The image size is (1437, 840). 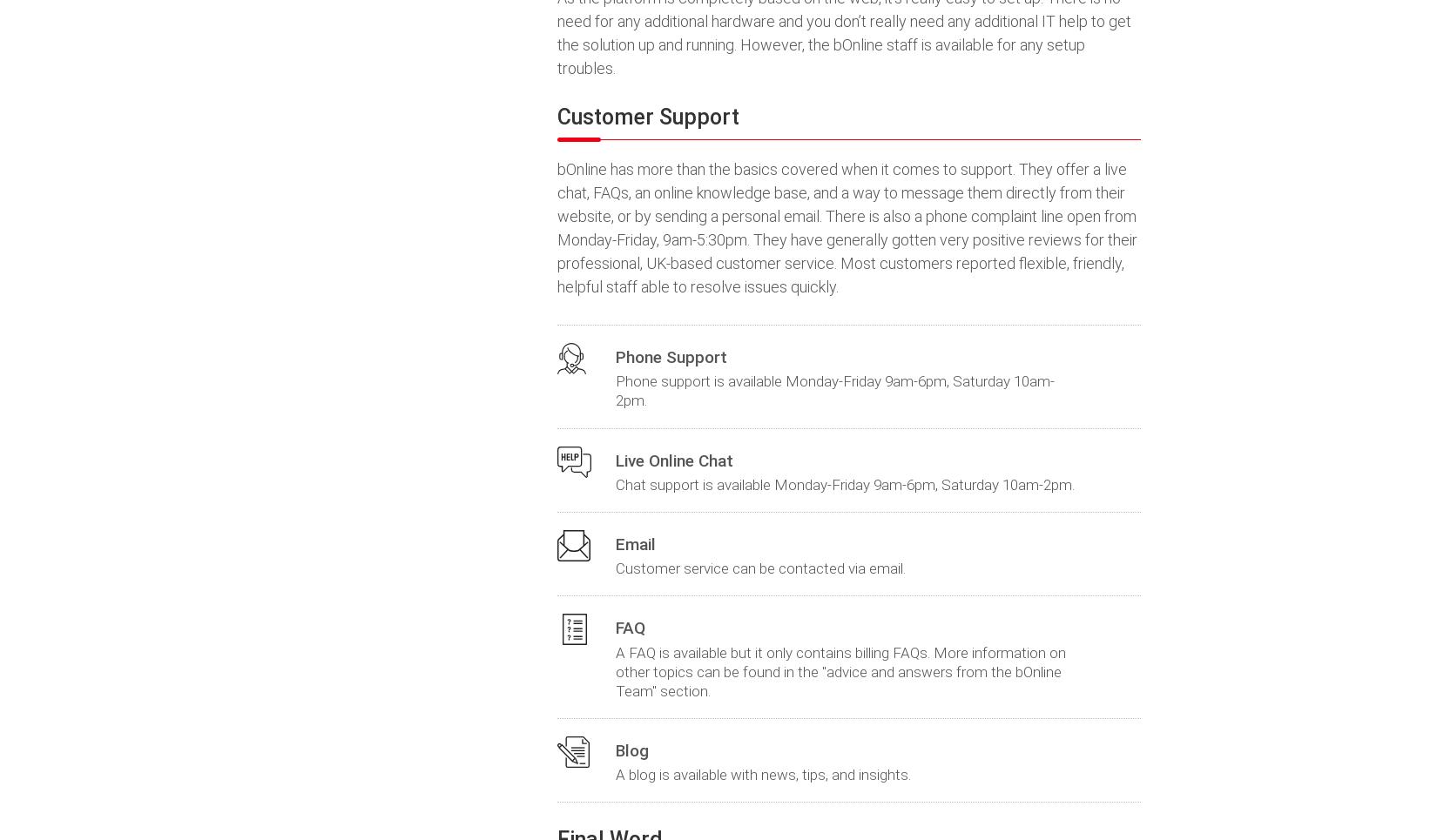 What do you see at coordinates (760, 568) in the screenshot?
I see `'Customer service can be contacted via email.'` at bounding box center [760, 568].